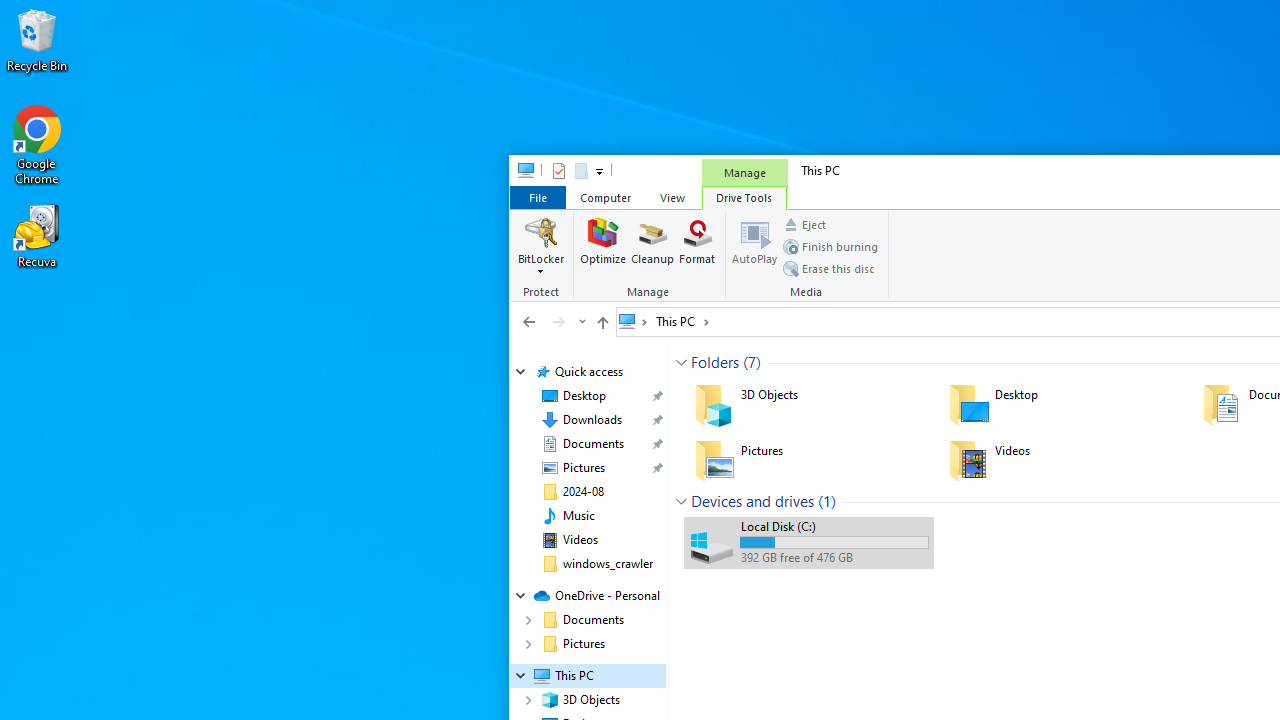 The image size is (1280, 720). I want to click on 'Forward (Alt + Right Arrow)', so click(558, 320).